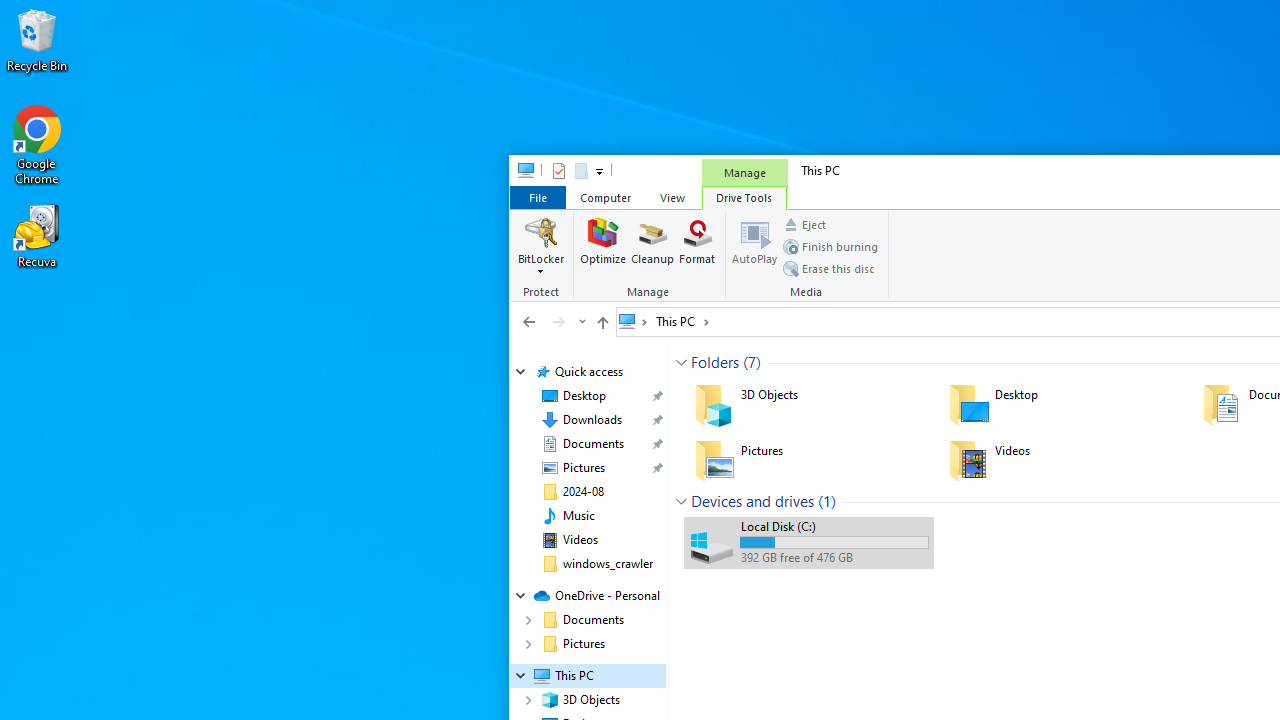 The image size is (1280, 720). I want to click on 'Forward (Alt + Right Arrow)', so click(558, 320).